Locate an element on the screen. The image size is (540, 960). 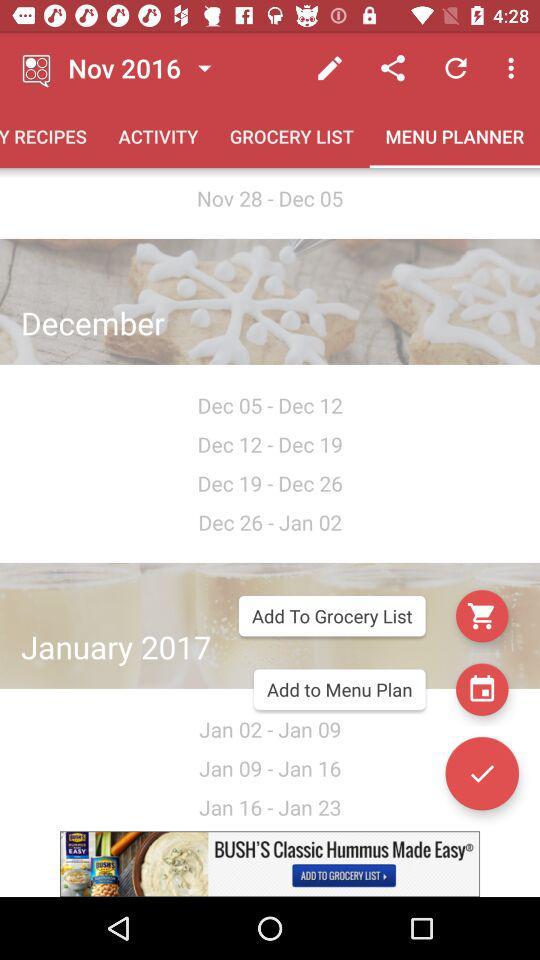
calendar is located at coordinates (481, 689).